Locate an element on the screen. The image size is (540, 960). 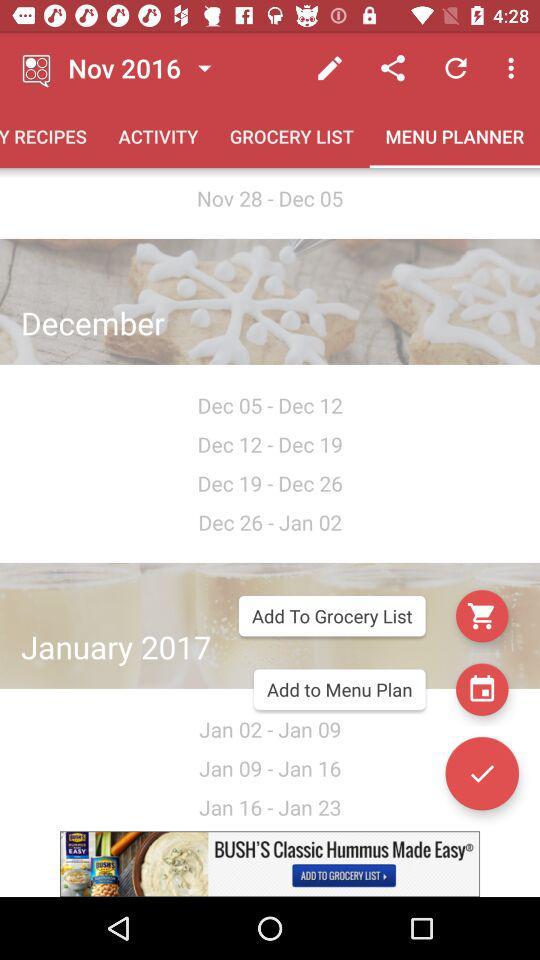
calendar is located at coordinates (481, 689).